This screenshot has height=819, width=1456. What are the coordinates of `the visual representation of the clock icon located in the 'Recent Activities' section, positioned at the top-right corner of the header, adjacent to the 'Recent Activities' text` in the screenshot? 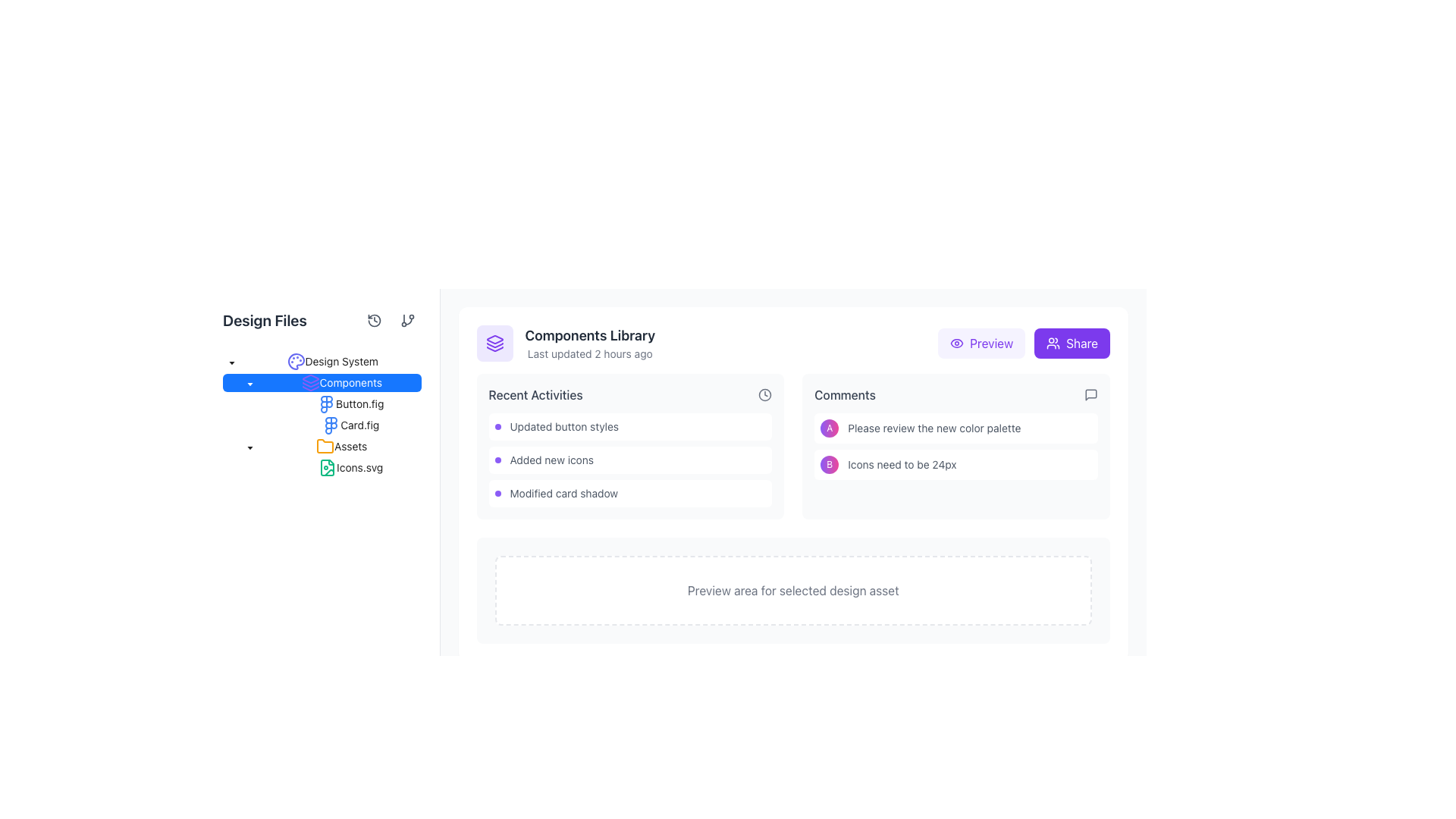 It's located at (765, 394).